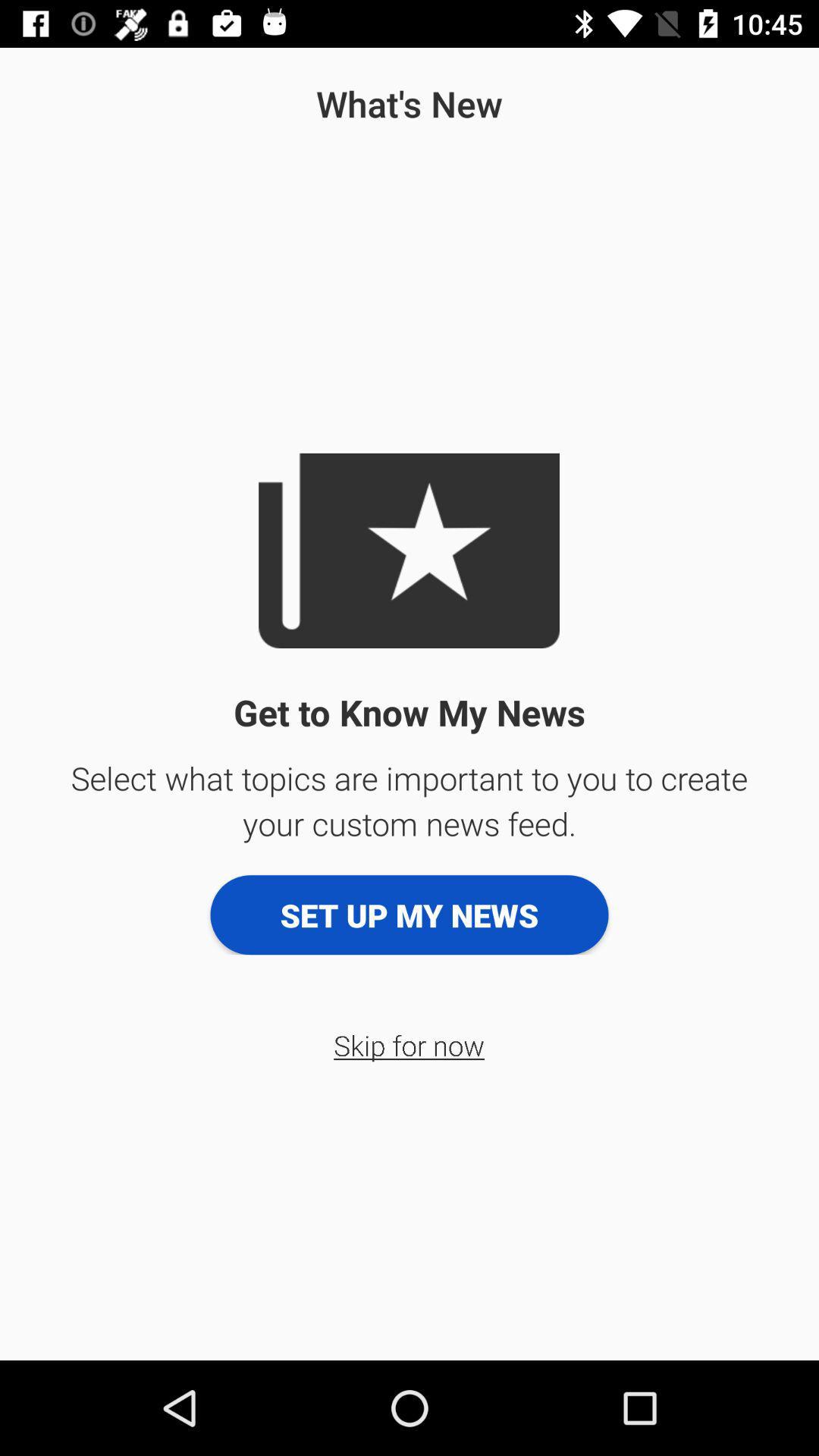  What do you see at coordinates (409, 914) in the screenshot?
I see `icon above skip for now icon` at bounding box center [409, 914].